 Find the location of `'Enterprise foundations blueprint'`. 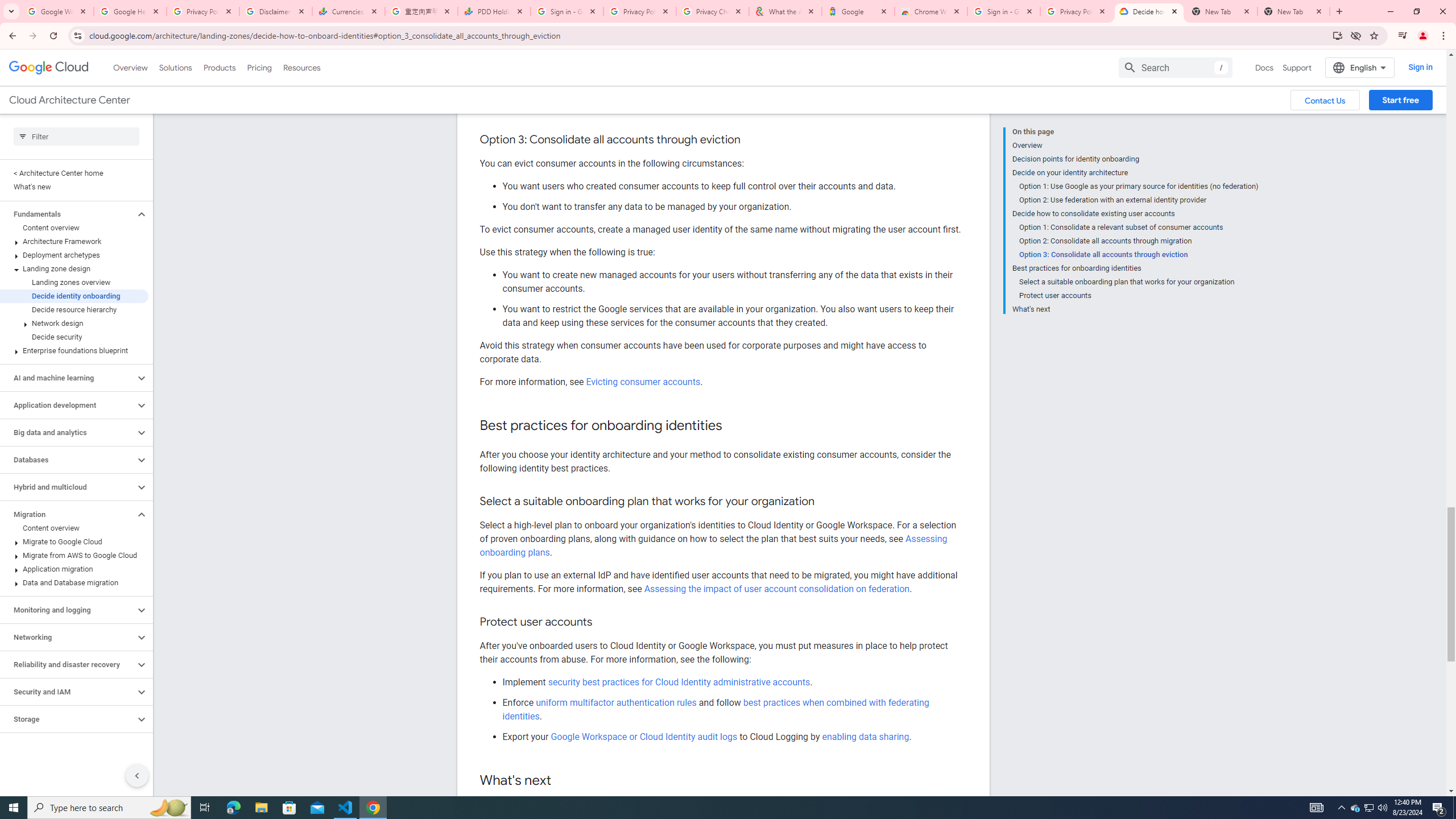

'Enterprise foundations blueprint' is located at coordinates (74, 350).